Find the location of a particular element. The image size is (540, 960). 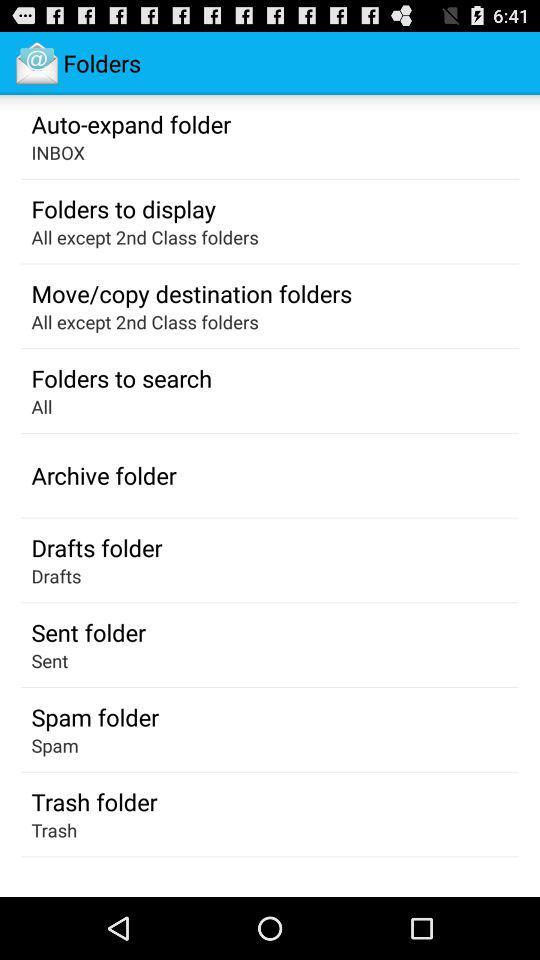

icon above the trash app is located at coordinates (93, 801).